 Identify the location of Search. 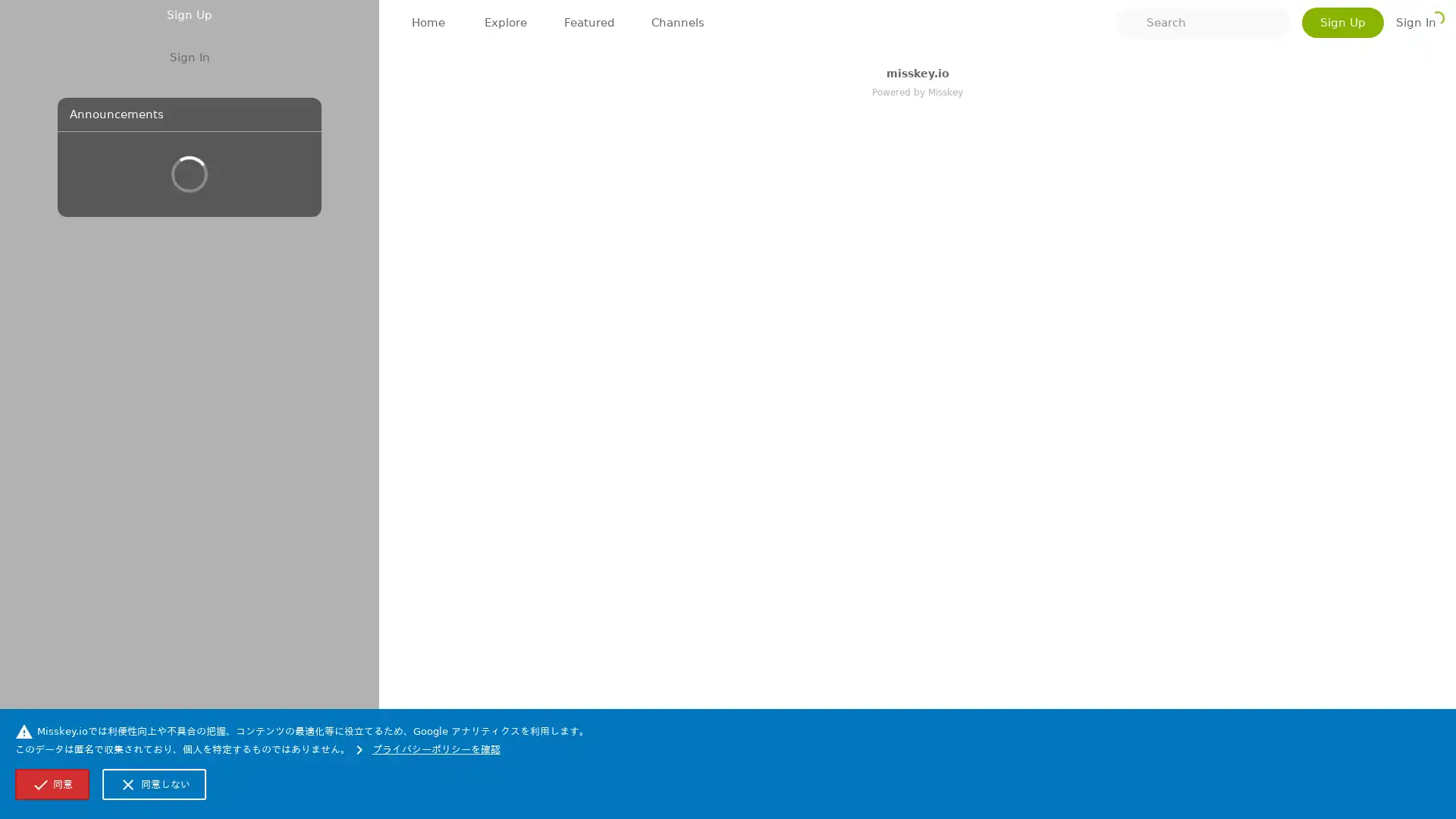
(1201, 23).